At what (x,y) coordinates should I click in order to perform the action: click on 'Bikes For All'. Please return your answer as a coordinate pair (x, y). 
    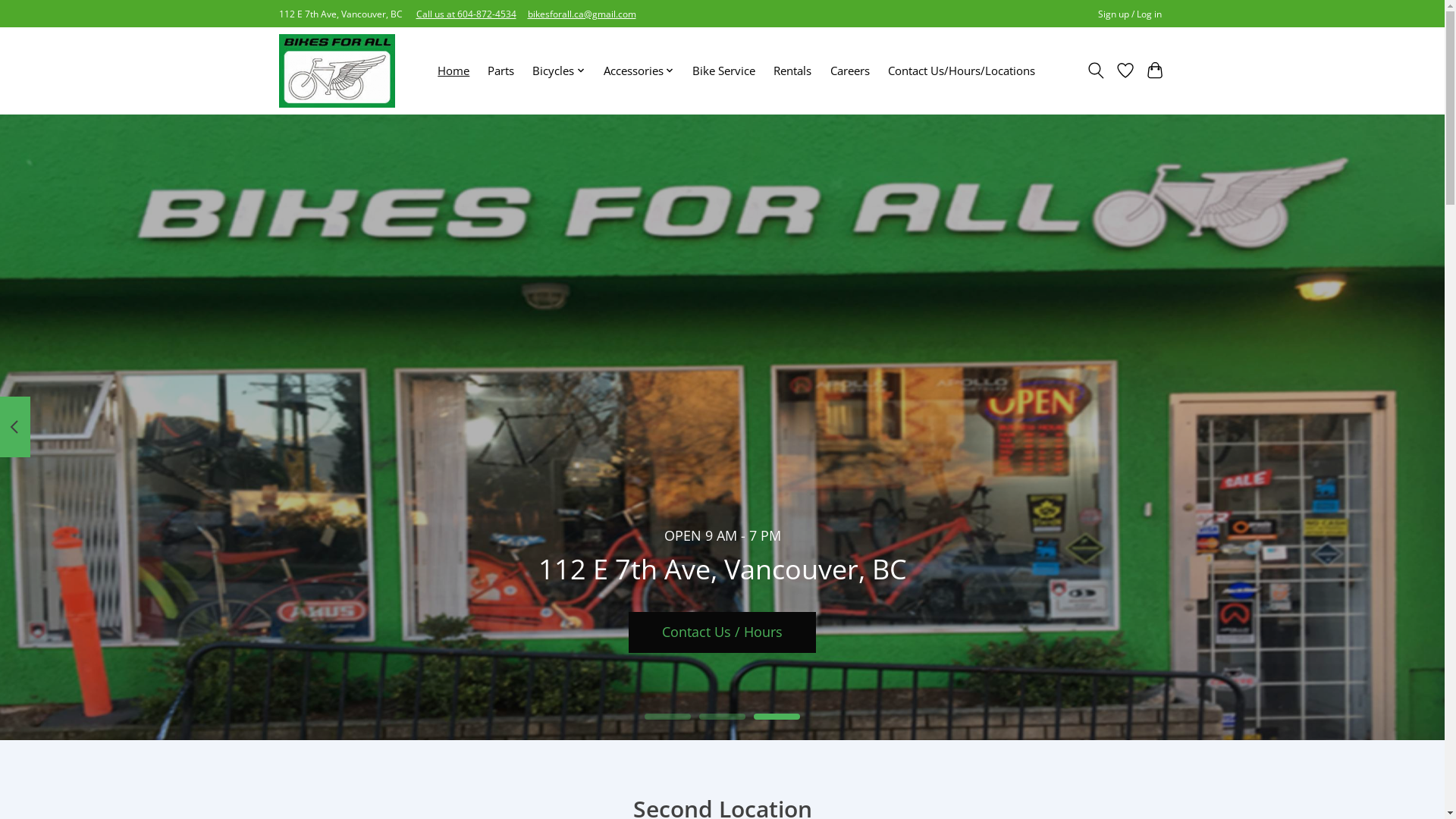
    Looking at the image, I should click on (336, 70).